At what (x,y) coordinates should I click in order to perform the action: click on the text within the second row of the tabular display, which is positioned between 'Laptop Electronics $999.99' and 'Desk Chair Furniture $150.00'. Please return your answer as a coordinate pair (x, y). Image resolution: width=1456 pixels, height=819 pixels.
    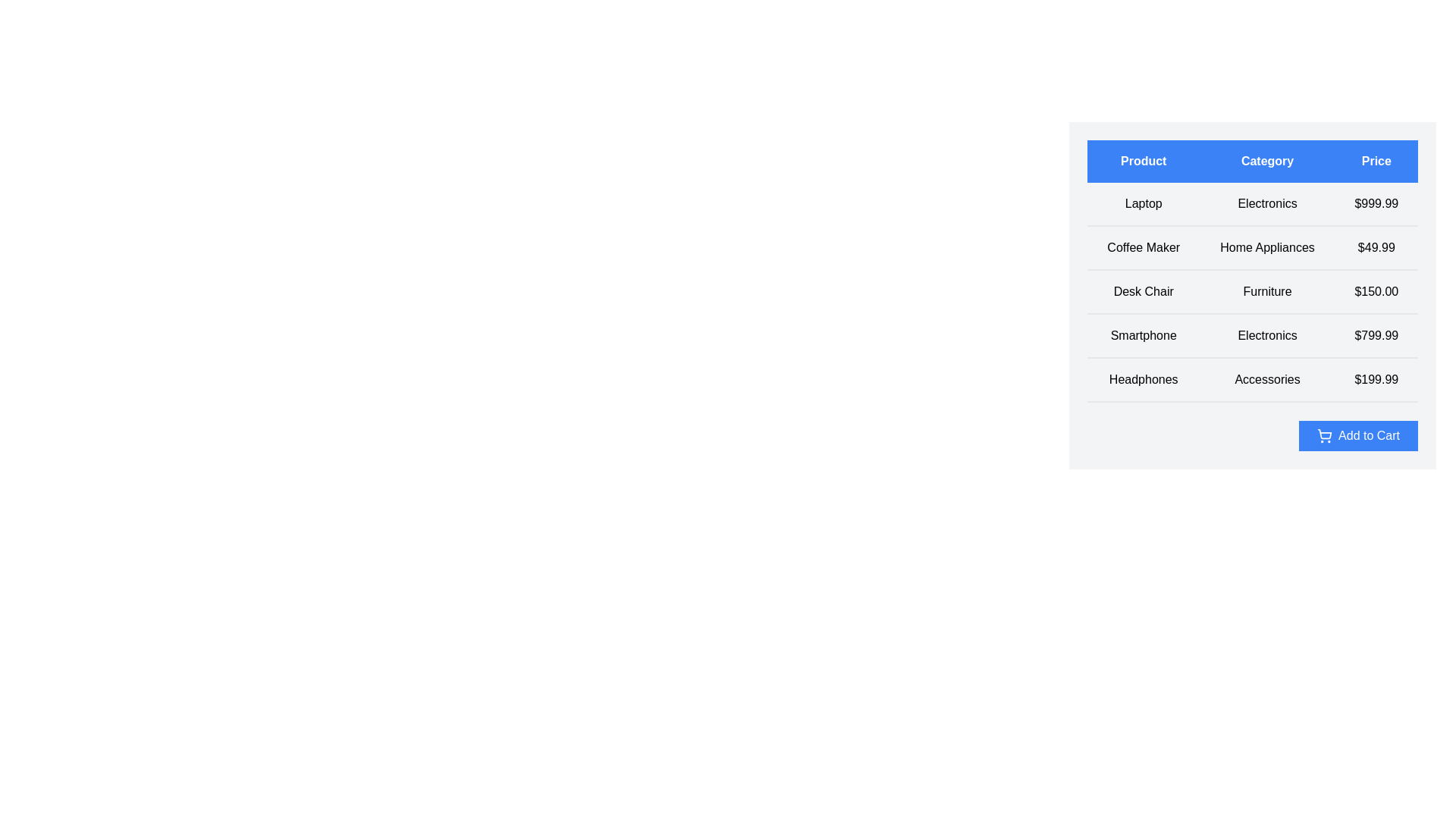
    Looking at the image, I should click on (1252, 247).